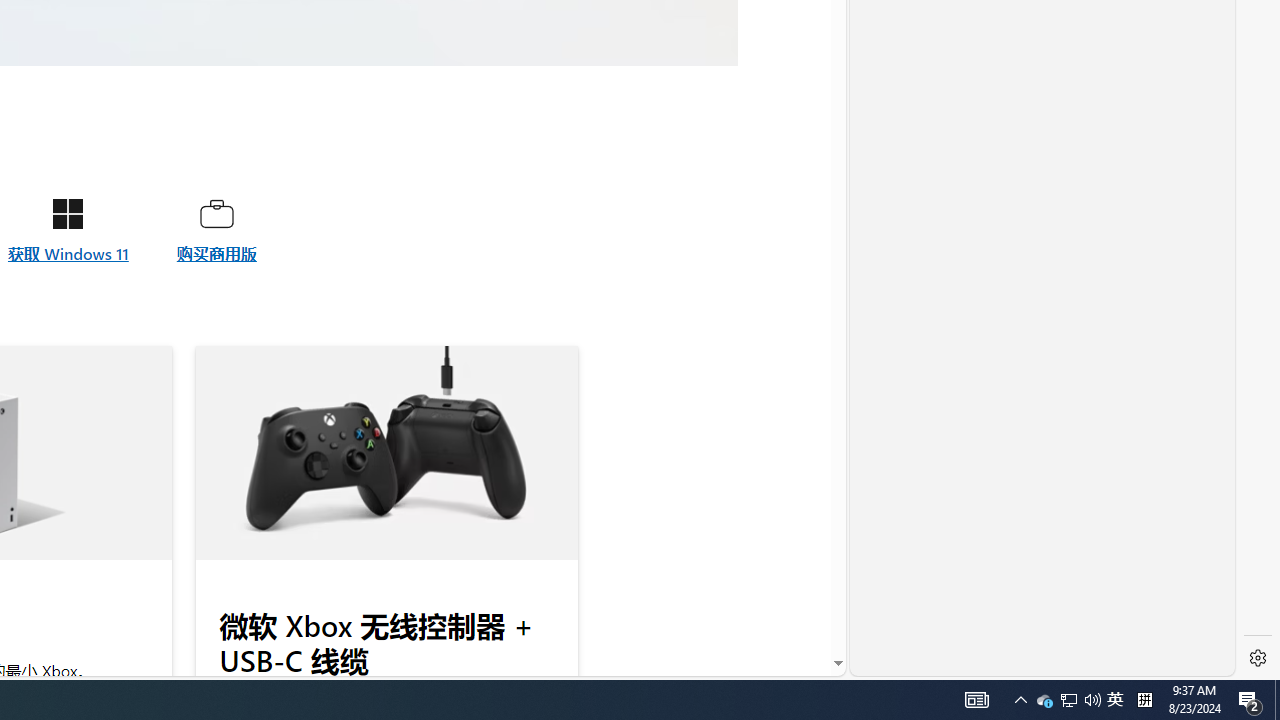  I want to click on 'A pair of Xbox Wireless Controllers with USB-C Cable.', so click(386, 453).